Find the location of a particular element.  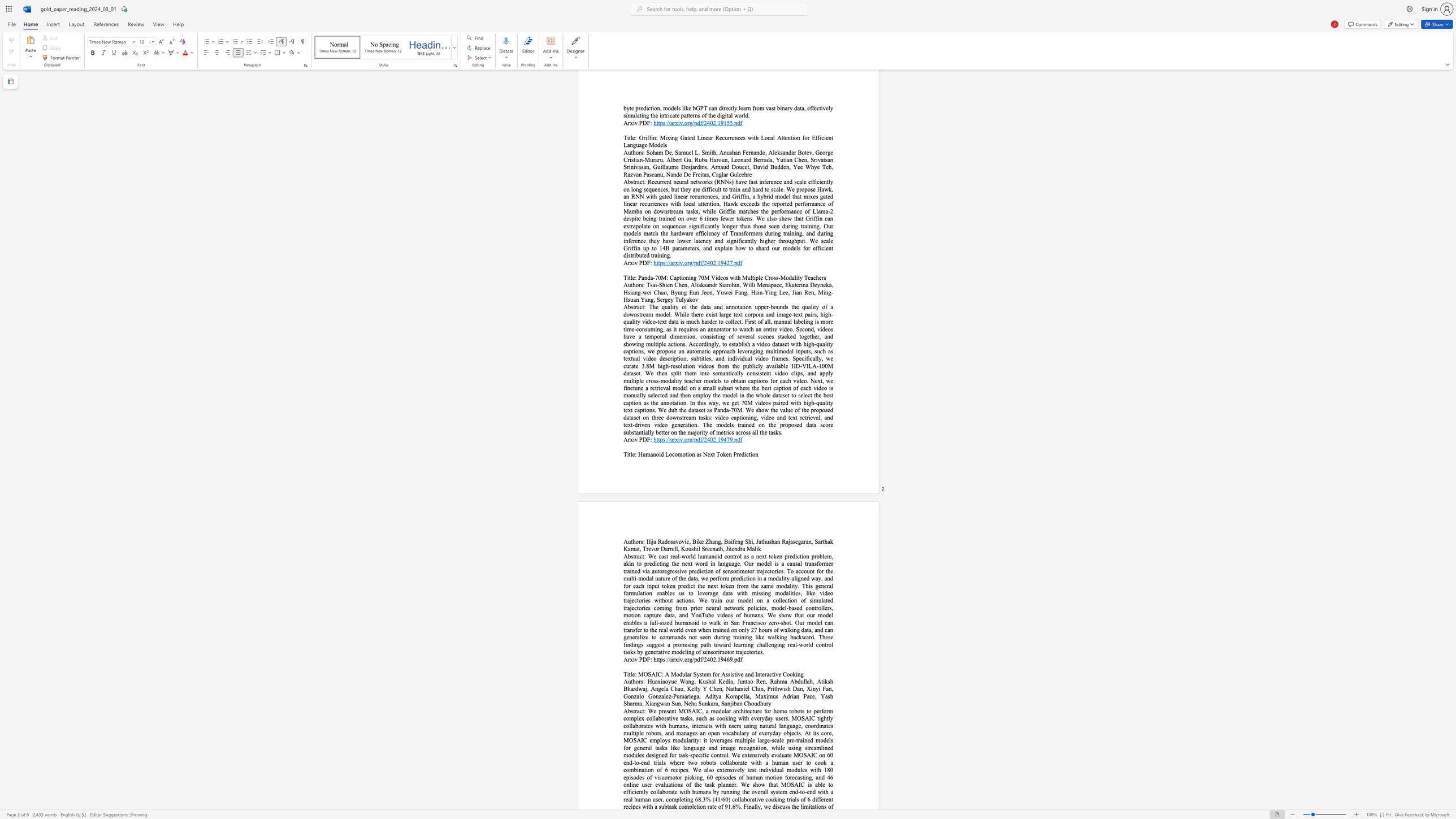

the subset text "hin, Prithwish Dan, Xinyi Fan, Gonzalo Gonzalez-Pumariega, Aditya Kompella, Maximus Adrian P" within the text "Huaxiaoyue Wang, Kushal Kedia, Juntao Ren, Rahma Abdullah, Atiksh Bhardwaj, Angela Chao, Kelly Y Chen, Nathaniel Chin, Prithwish Dan, Xinyi Fan, Gonzalo Gonzalez-Pumariega, Aditya Kompella, Maximus Adrian Pace, Yash Sharma, Xiangwan Sun, Neha Sunkara, Sanjiban Choudhury" is located at coordinates (755, 688).